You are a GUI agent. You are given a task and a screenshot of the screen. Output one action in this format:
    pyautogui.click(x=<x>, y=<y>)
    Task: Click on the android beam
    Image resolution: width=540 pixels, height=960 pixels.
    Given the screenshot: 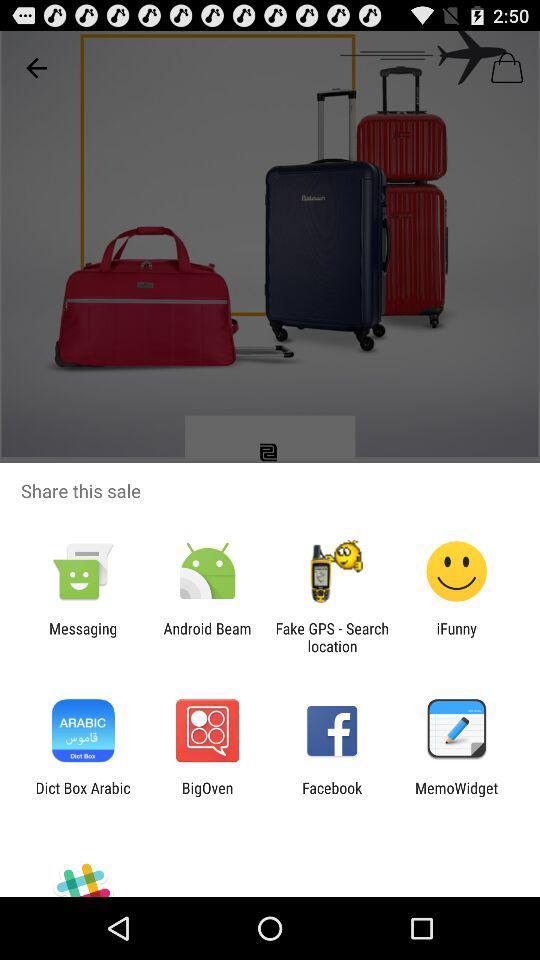 What is the action you would take?
    pyautogui.click(x=206, y=636)
    